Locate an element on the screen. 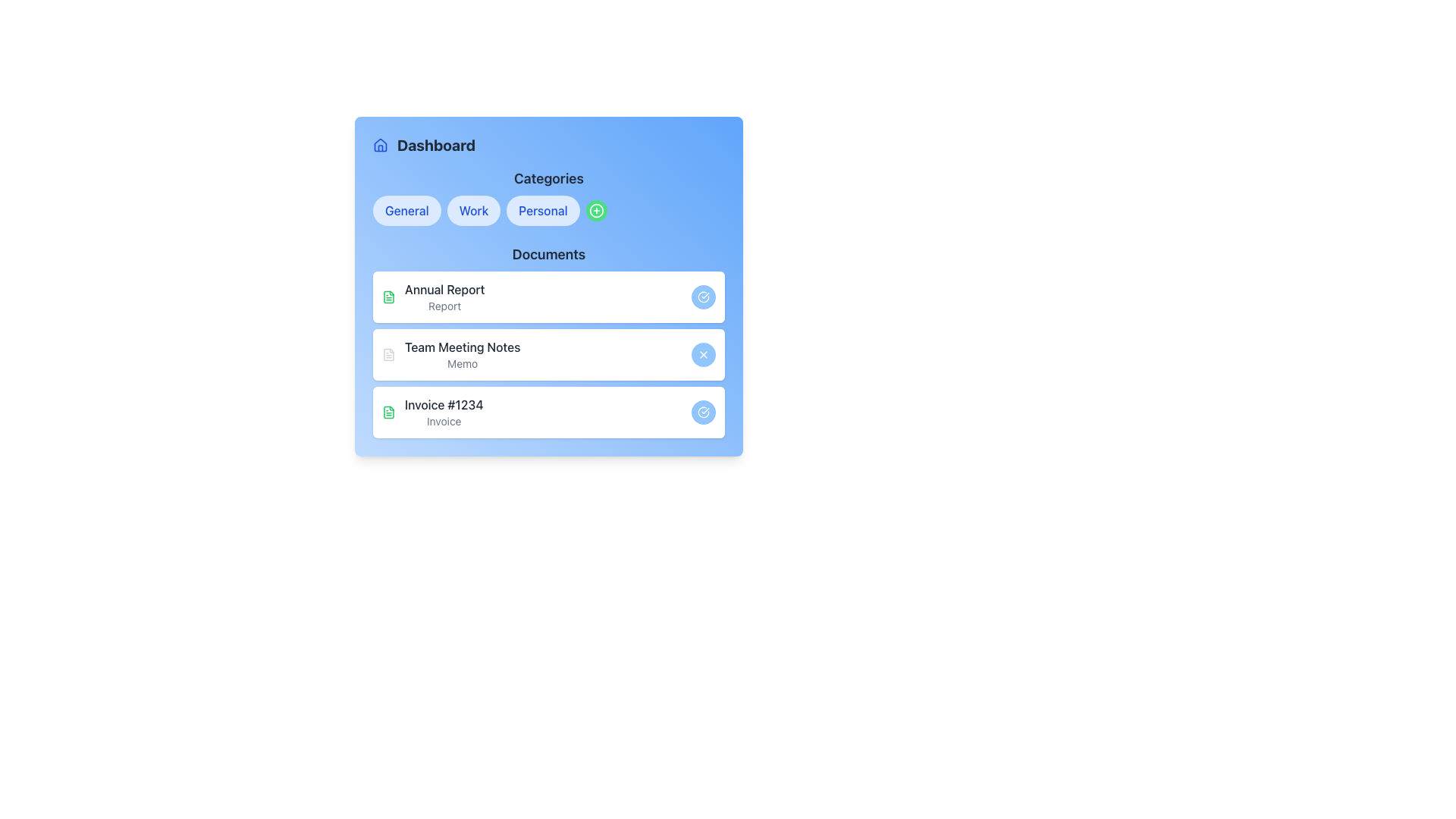 The width and height of the screenshot is (1456, 819). the Text Label that serves as the title of a document item, located under the 'Documents' section, specifically positioned above the text 'Memo' is located at coordinates (462, 347).